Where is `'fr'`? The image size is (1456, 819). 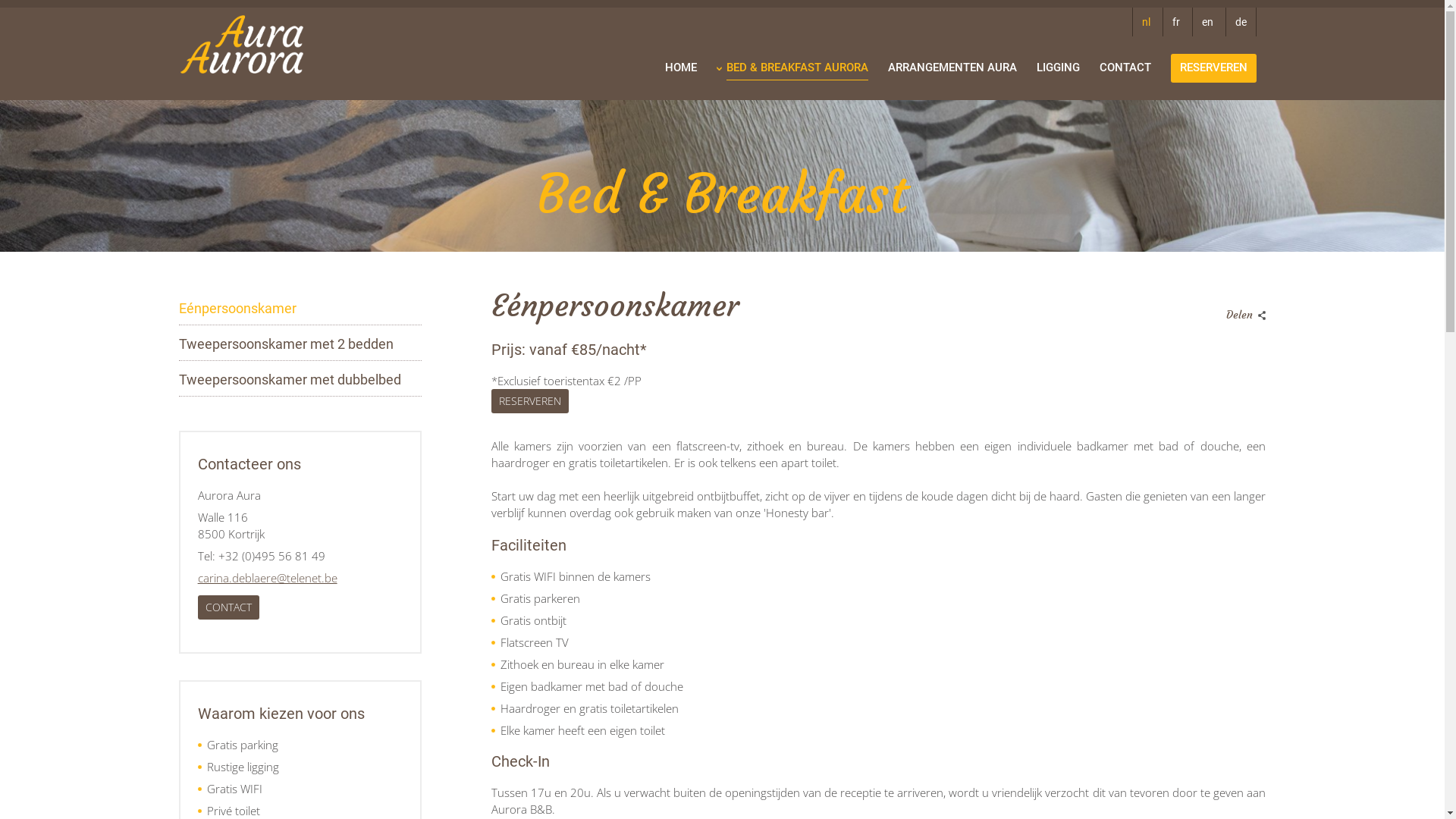
'fr' is located at coordinates (1175, 22).